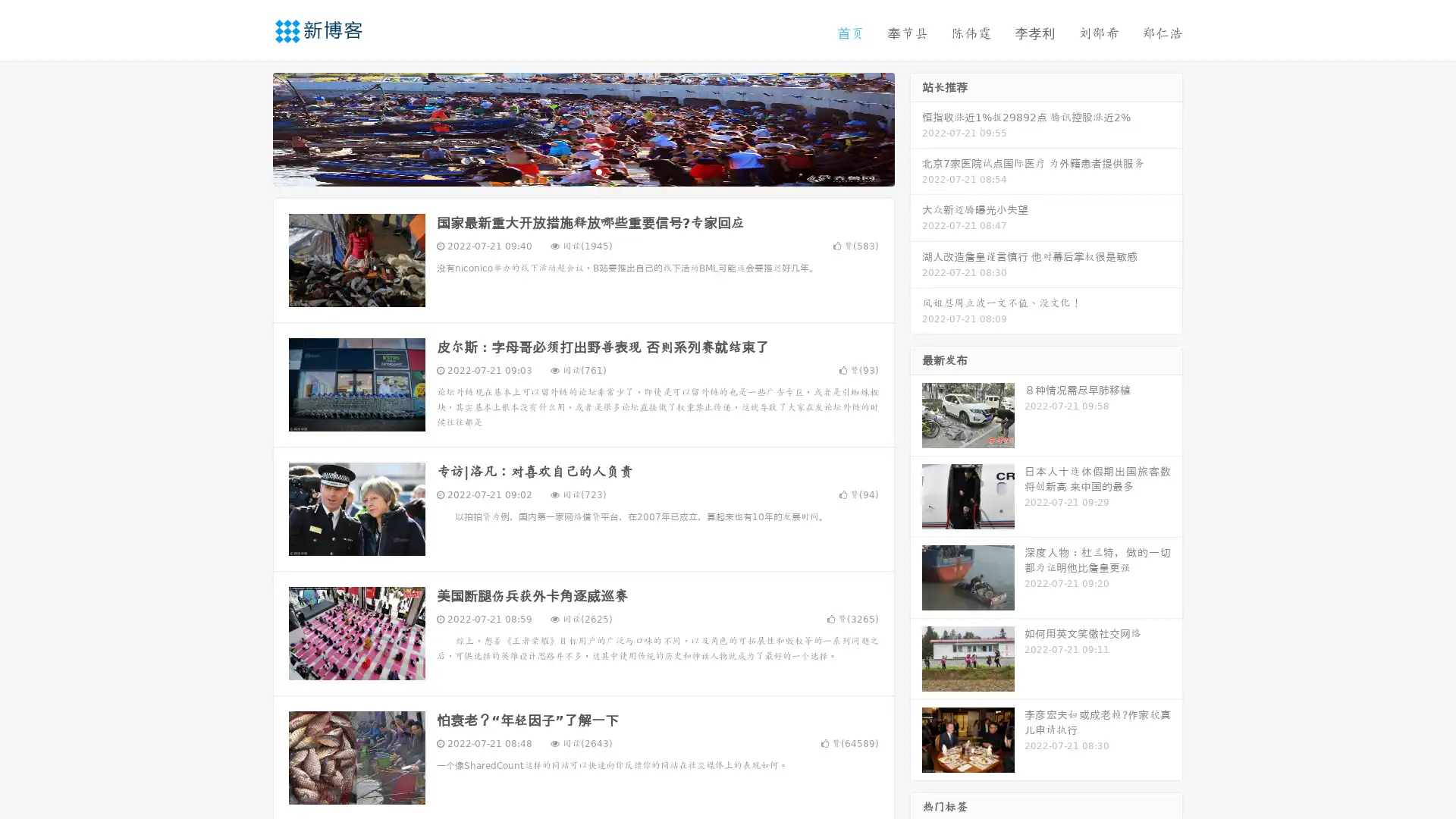 This screenshot has width=1456, height=819. What do you see at coordinates (598, 171) in the screenshot?
I see `Go to slide 3` at bounding box center [598, 171].